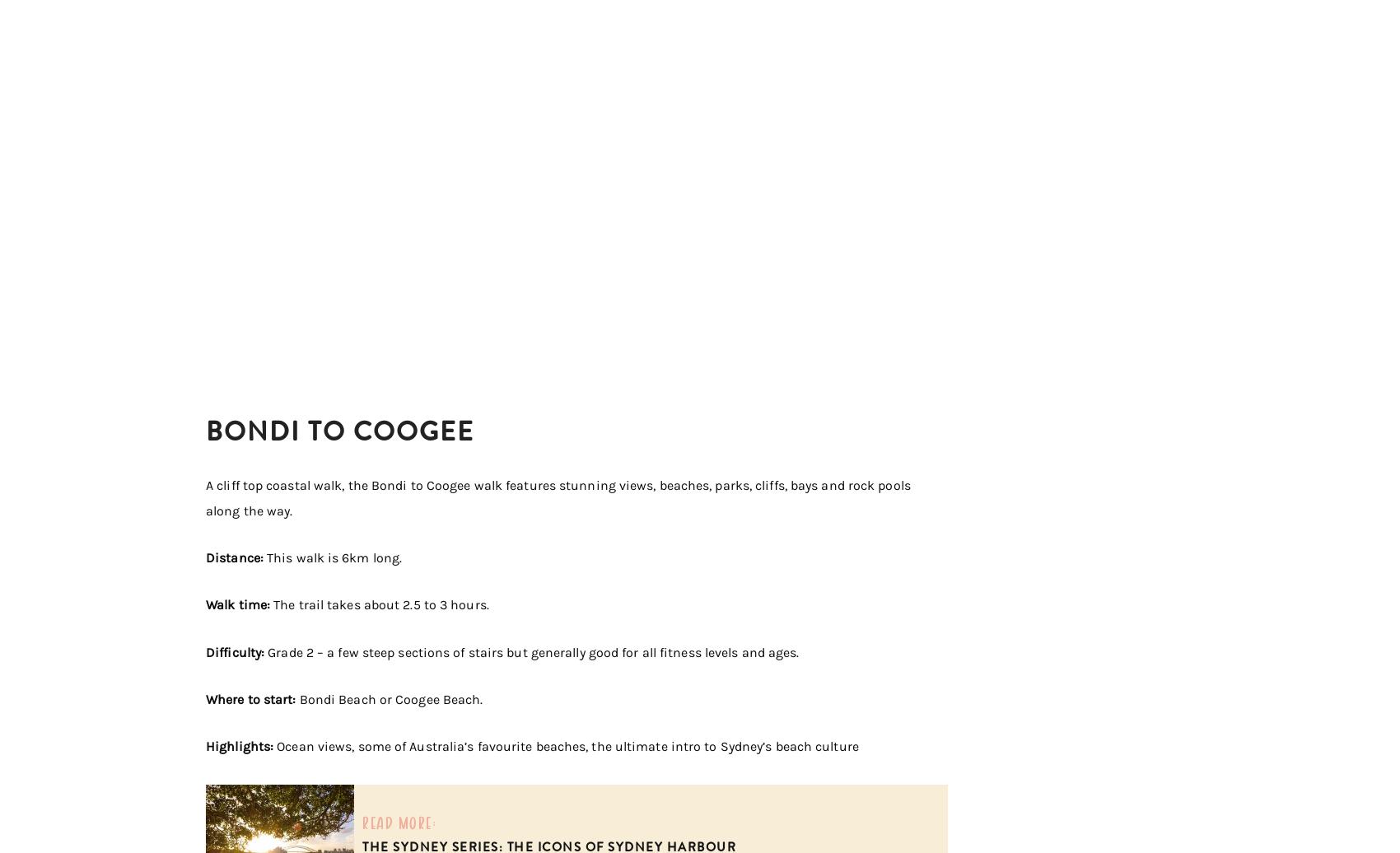 This screenshot has height=853, width=1400. What do you see at coordinates (338, 430) in the screenshot?
I see `'Bondi to Coogee'` at bounding box center [338, 430].